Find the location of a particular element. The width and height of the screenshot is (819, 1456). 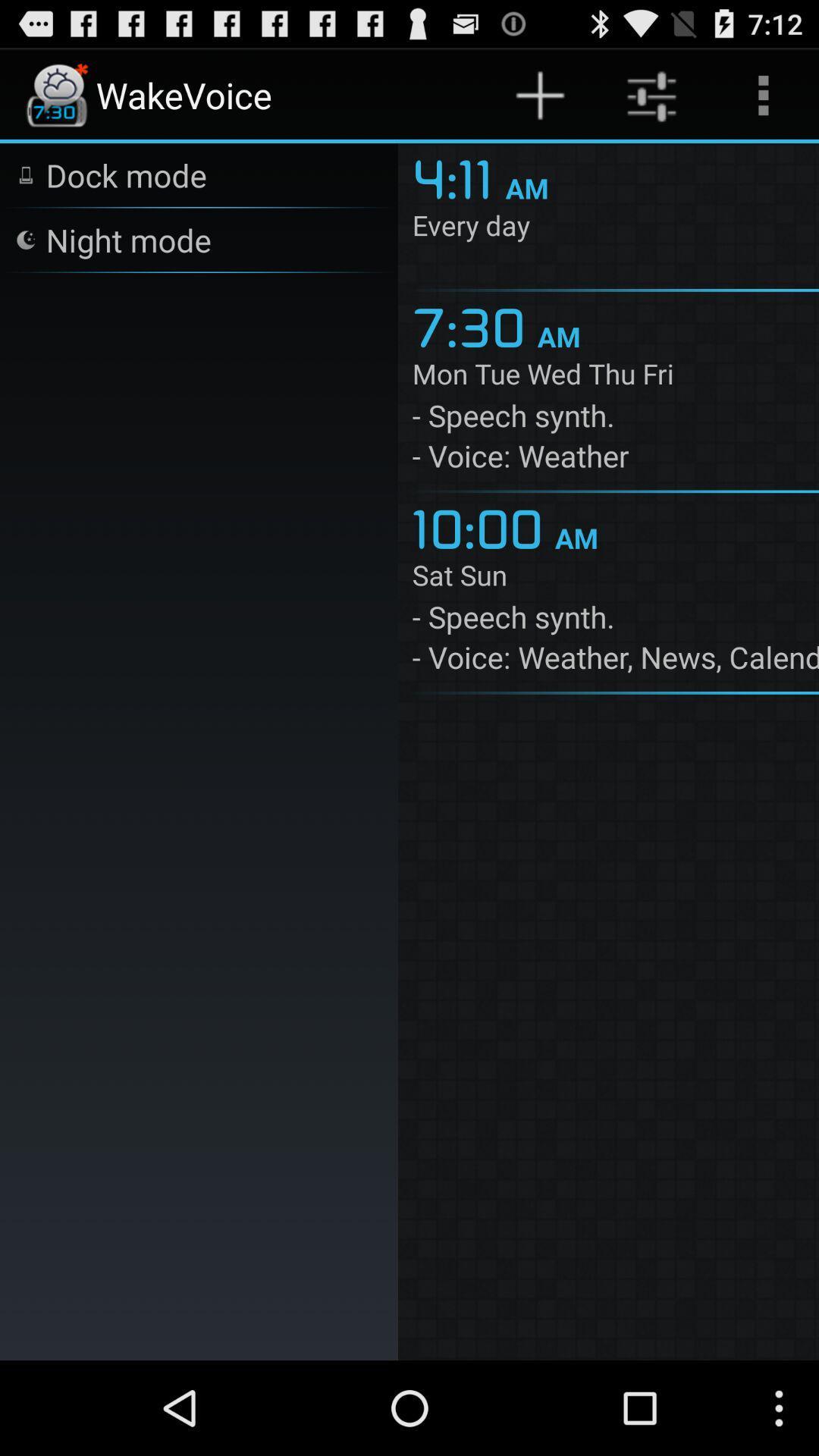

the app to the right of the night mode icon is located at coordinates (458, 177).